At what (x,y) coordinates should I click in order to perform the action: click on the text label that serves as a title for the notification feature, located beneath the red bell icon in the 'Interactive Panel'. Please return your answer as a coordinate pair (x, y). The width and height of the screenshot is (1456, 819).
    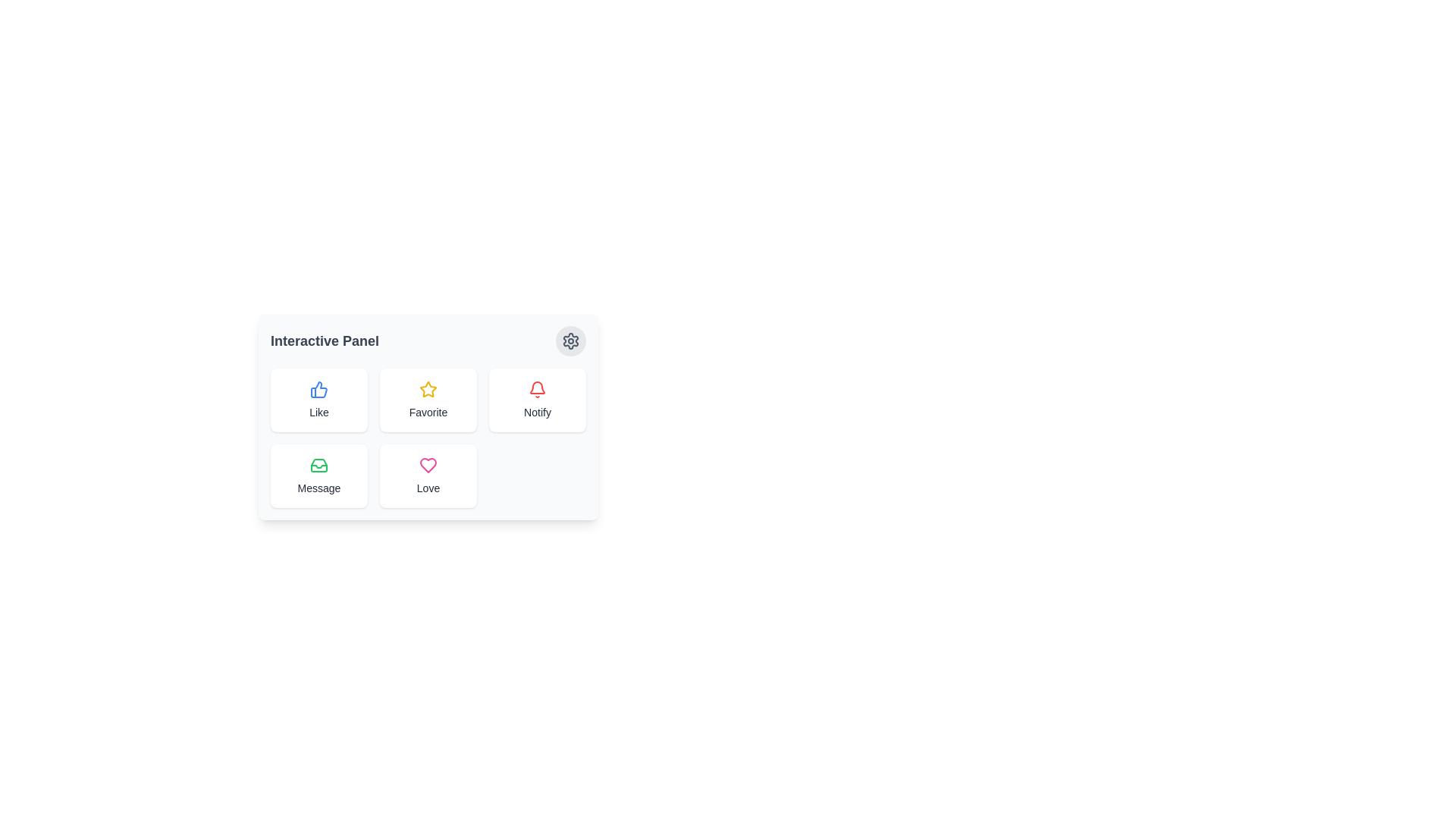
    Looking at the image, I should click on (538, 412).